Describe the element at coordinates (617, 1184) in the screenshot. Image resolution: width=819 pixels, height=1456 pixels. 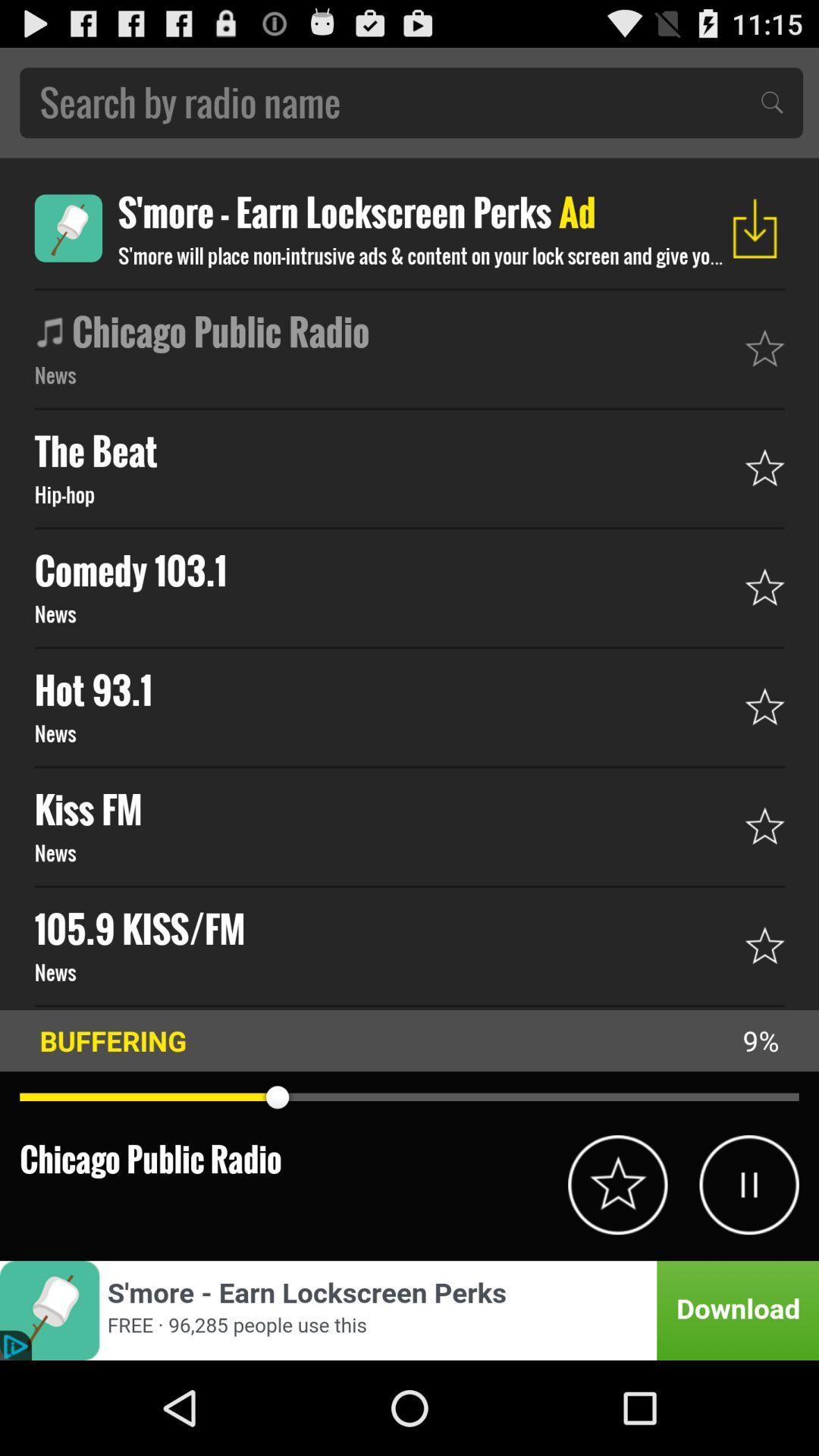
I see `report your star ratings` at that location.